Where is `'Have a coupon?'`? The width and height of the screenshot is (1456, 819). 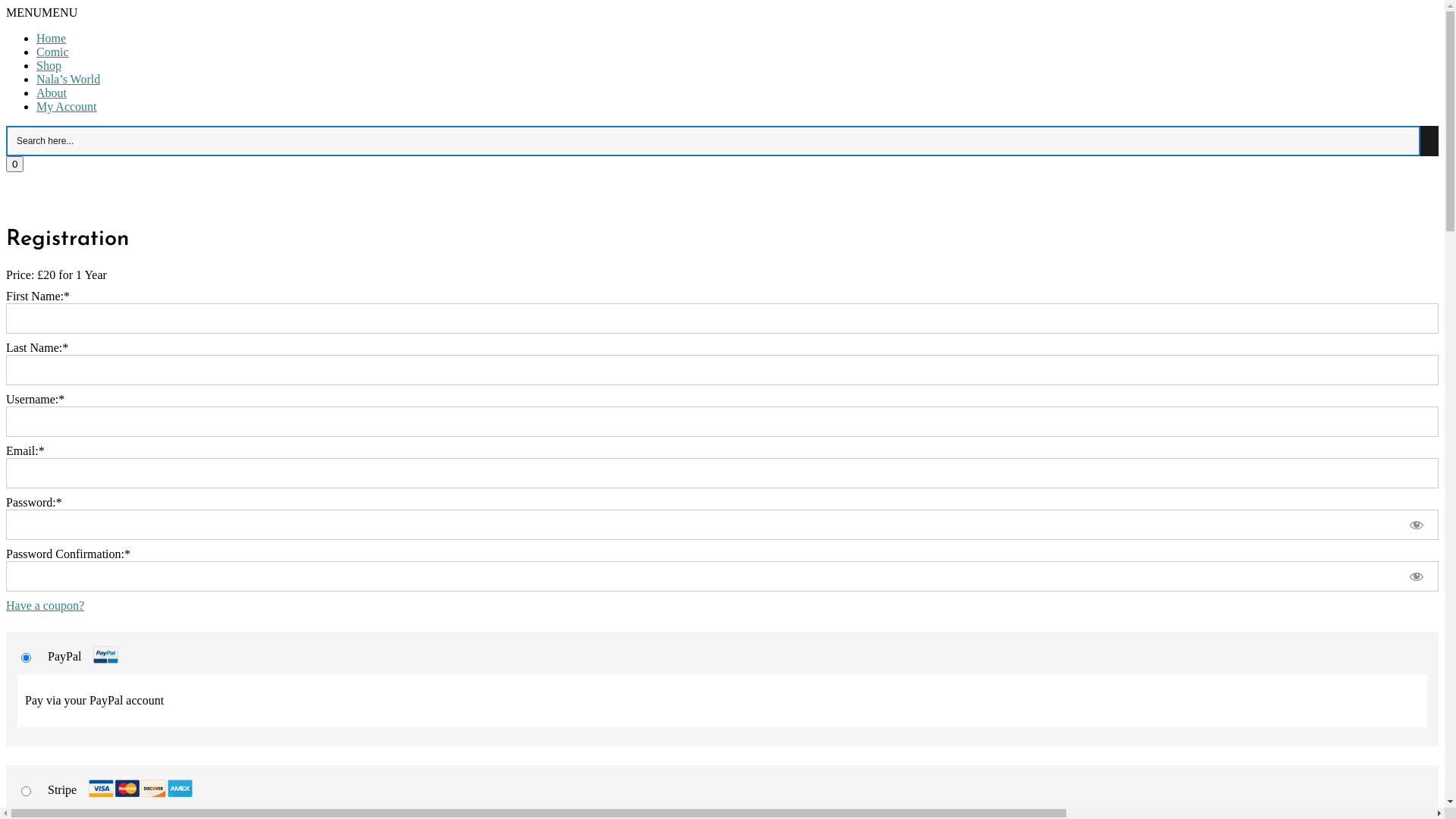 'Have a coupon?' is located at coordinates (45, 604).